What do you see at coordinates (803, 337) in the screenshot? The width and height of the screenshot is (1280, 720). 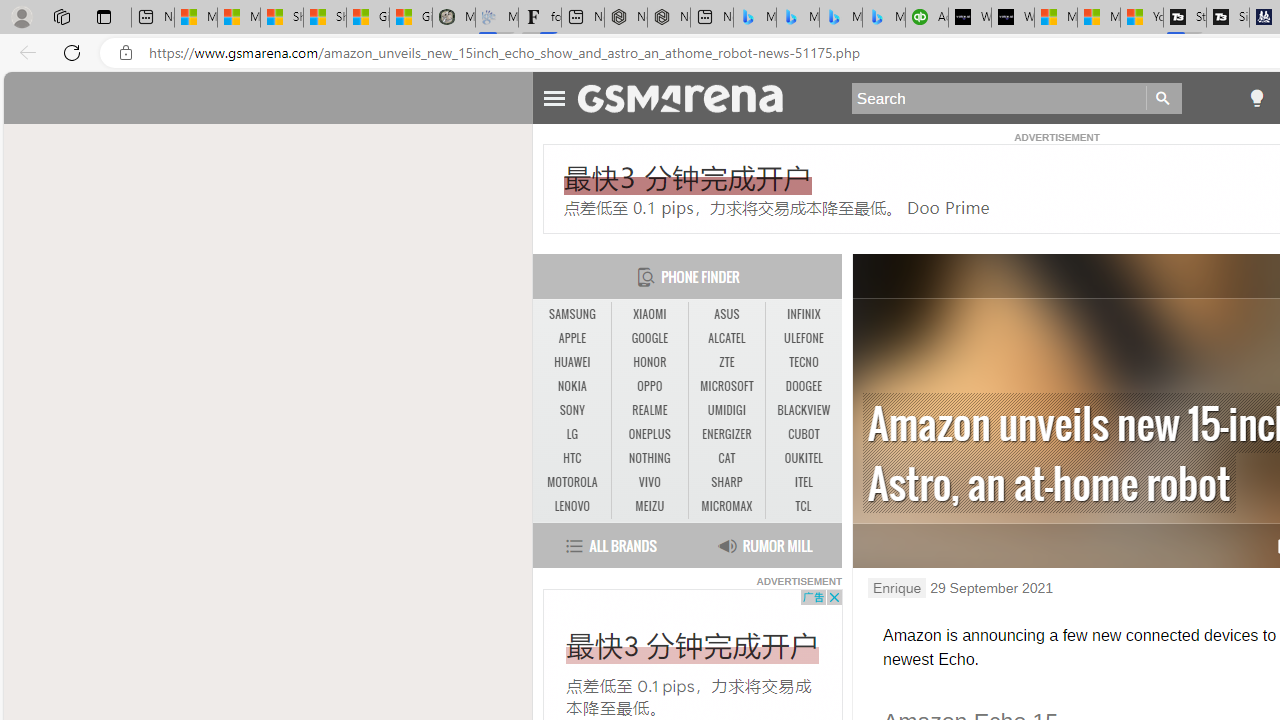 I see `'ULEFONE'` at bounding box center [803, 337].